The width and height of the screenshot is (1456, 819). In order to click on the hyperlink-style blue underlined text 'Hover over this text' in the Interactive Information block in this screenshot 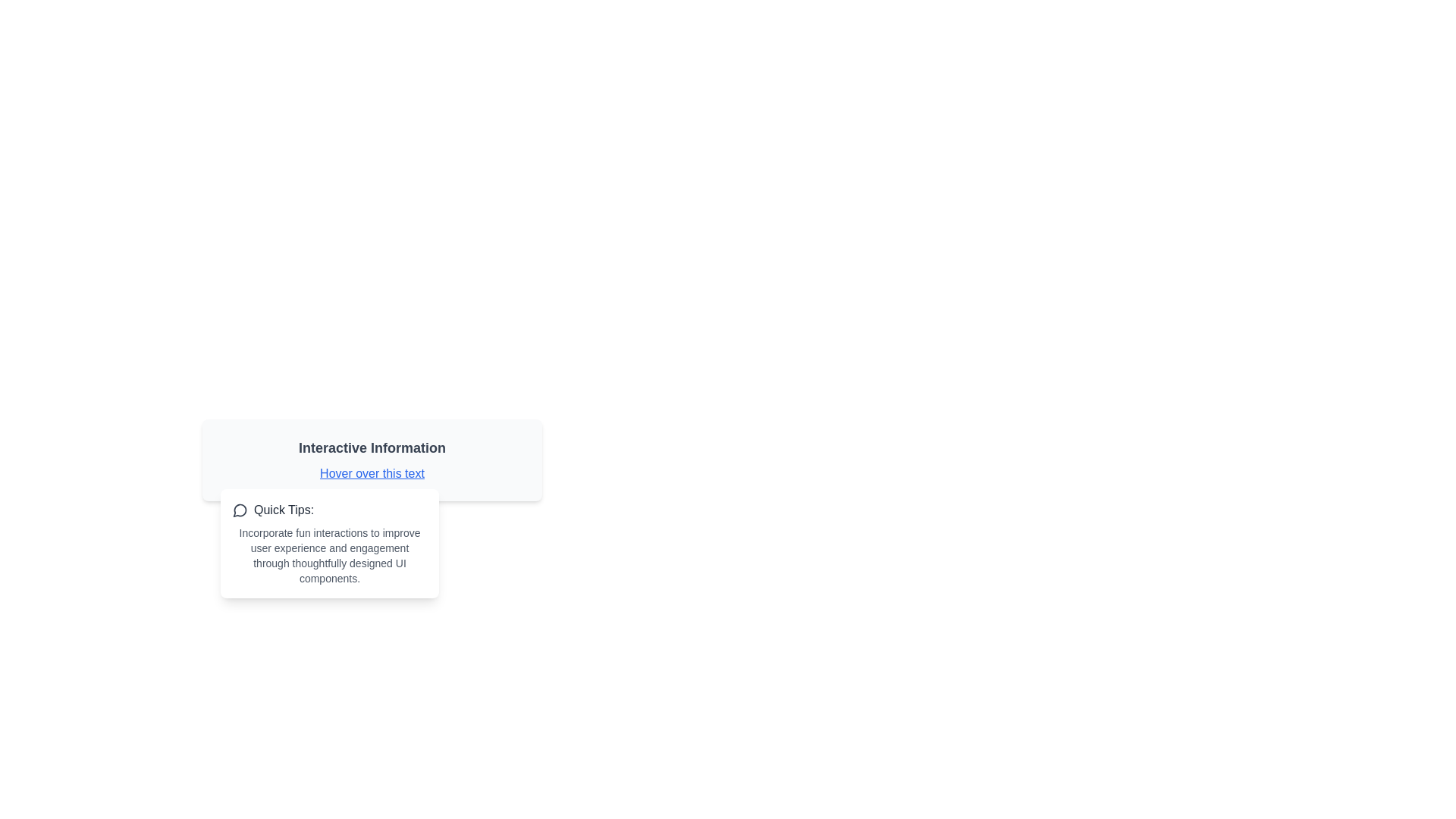, I will do `click(372, 459)`.